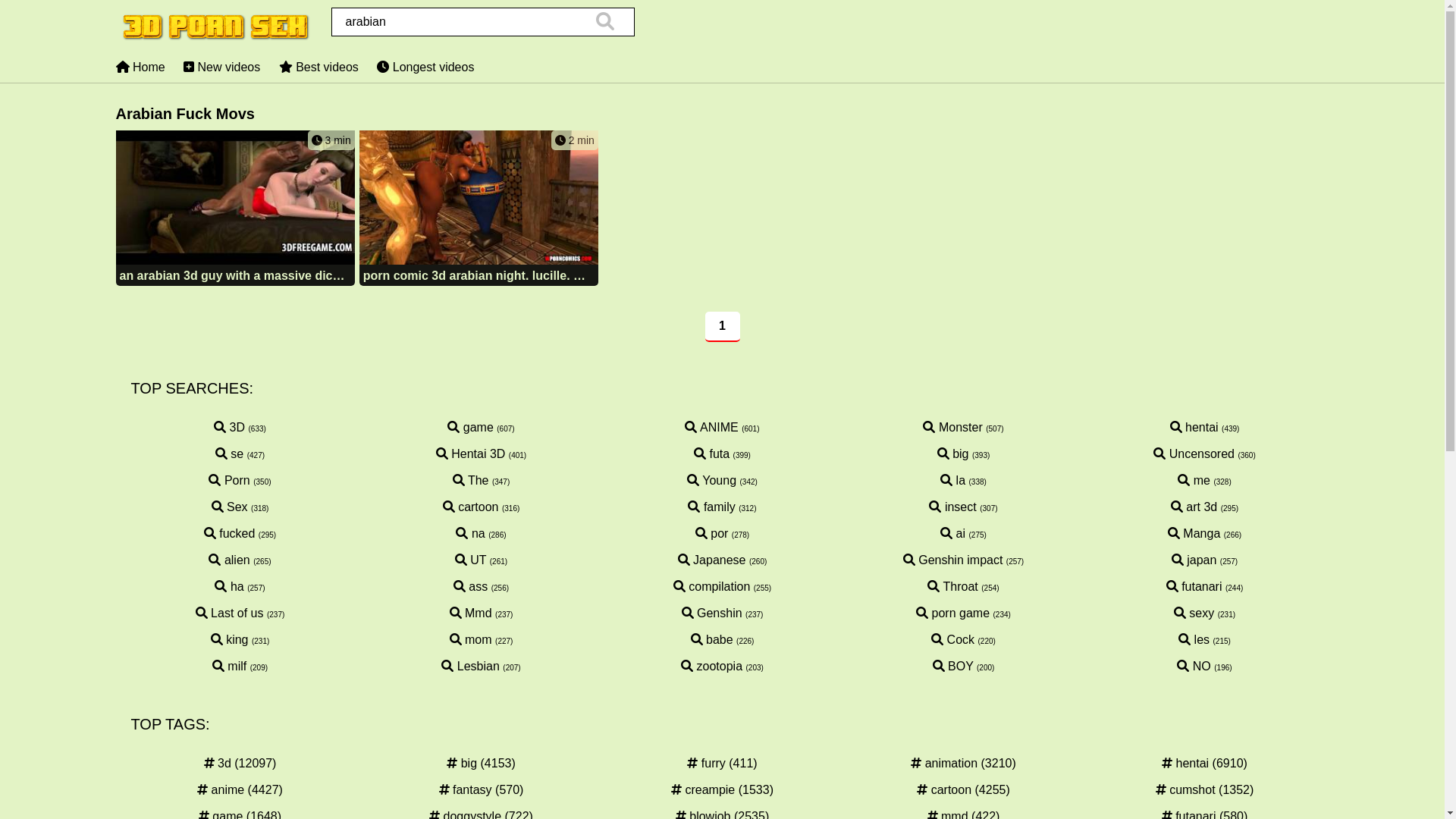  What do you see at coordinates (962, 789) in the screenshot?
I see `'cartoon (4255)'` at bounding box center [962, 789].